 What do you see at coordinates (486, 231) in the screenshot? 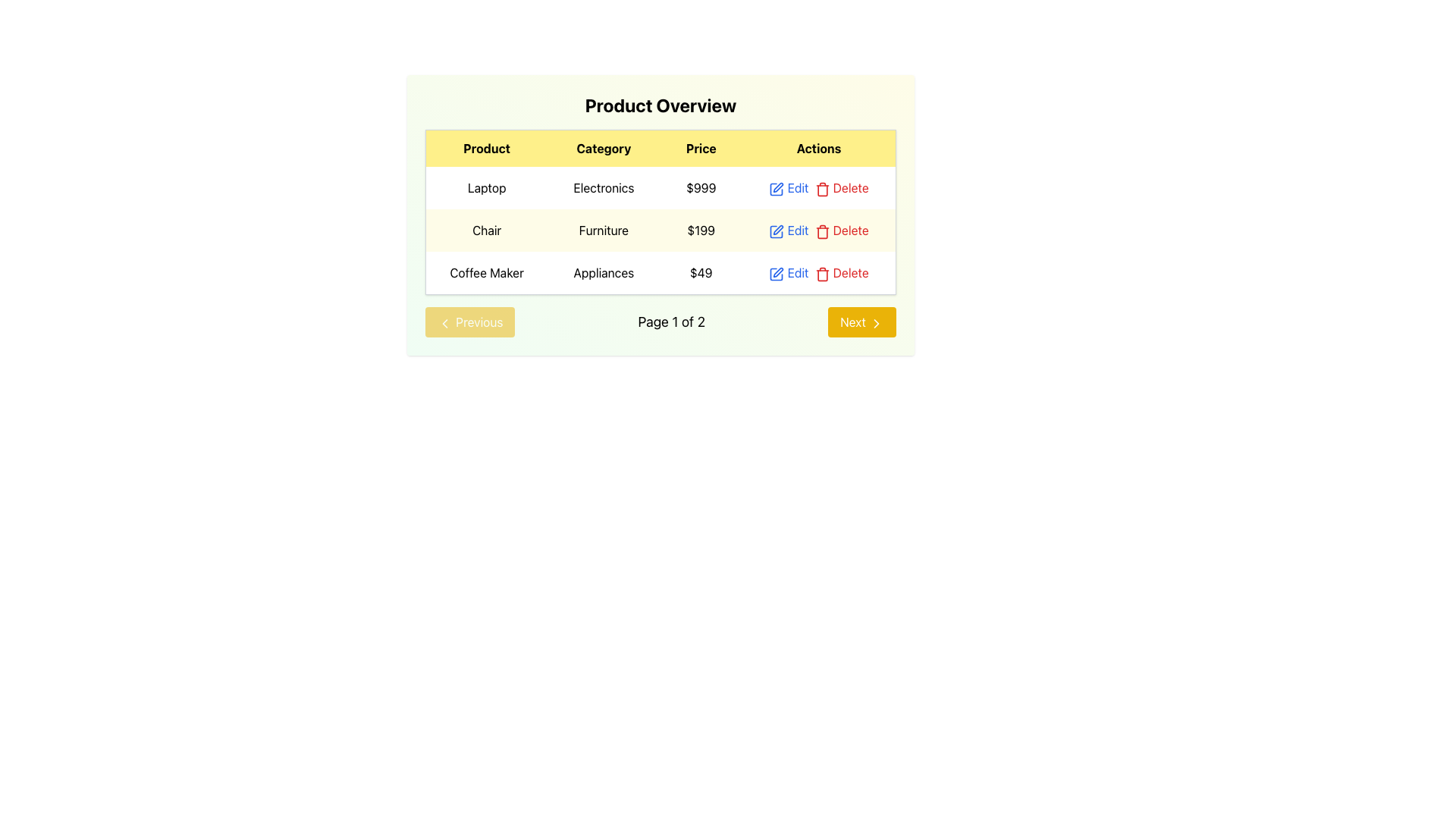
I see `the product name label in the second row of the table under the 'Product' column, which displays the product name` at bounding box center [486, 231].